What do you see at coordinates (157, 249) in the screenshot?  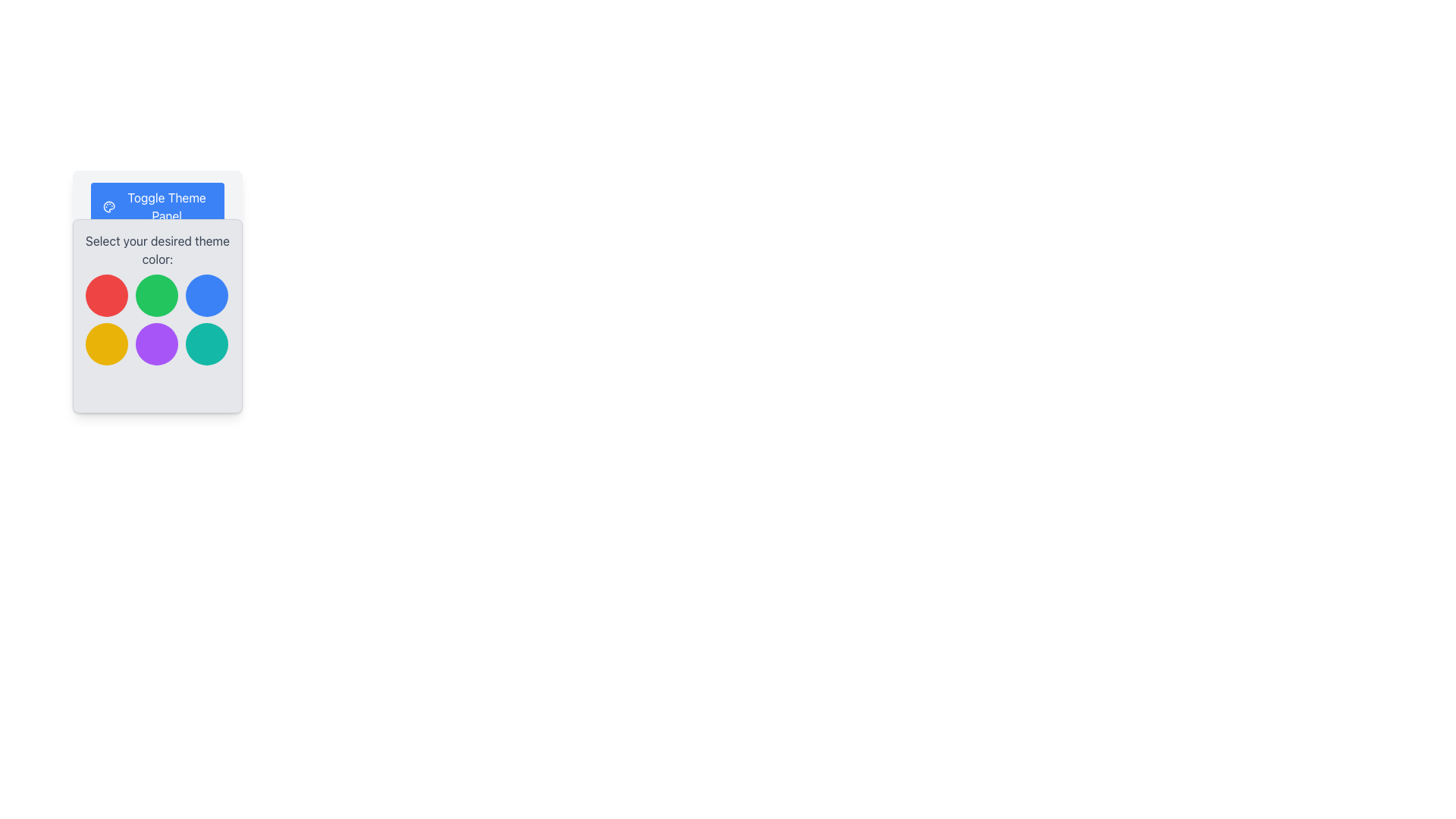 I see `the instructional text label that guides users in choosing a theme color, located below the 'Toggle Theme Panel' header` at bounding box center [157, 249].